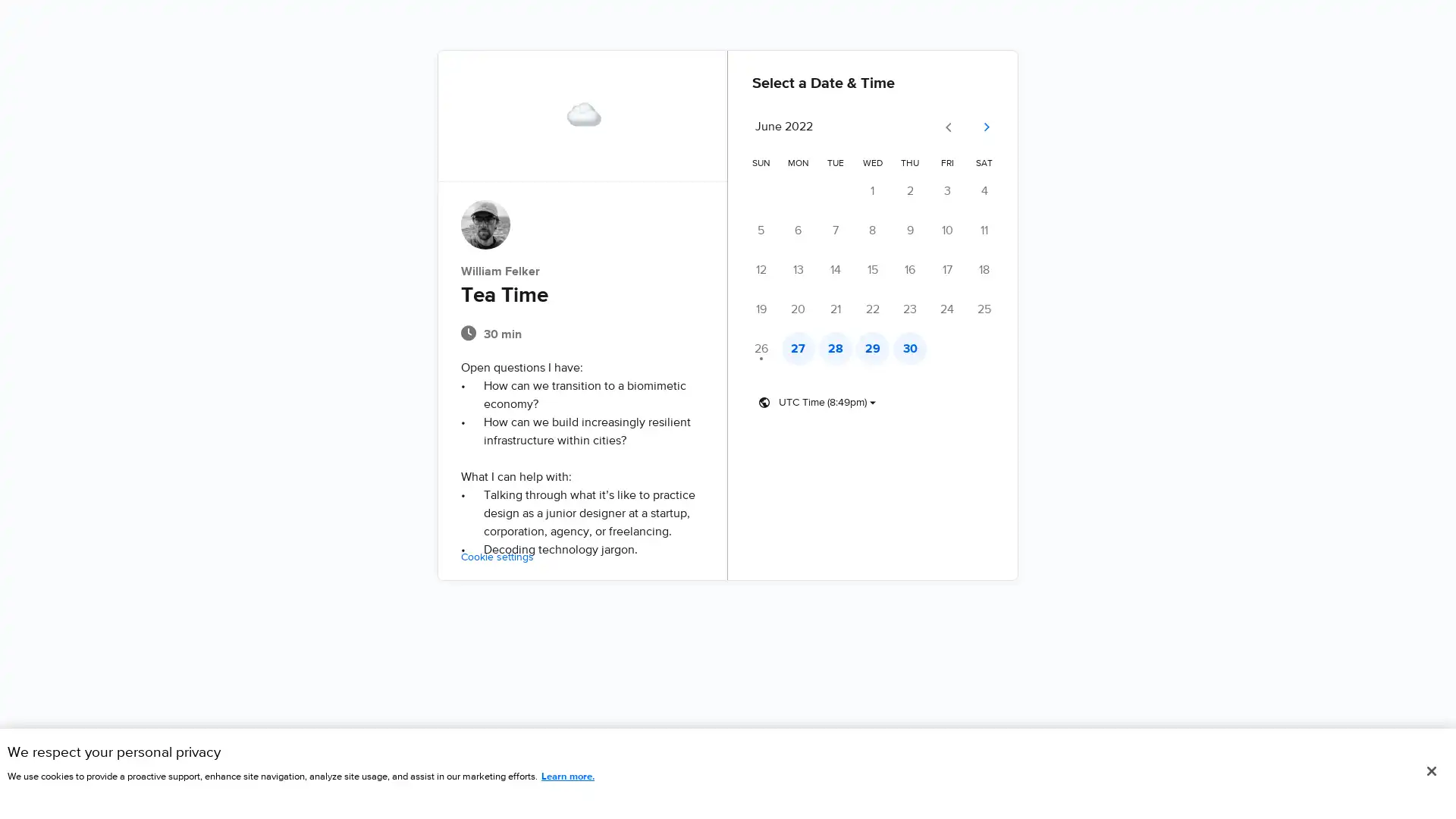 Image resolution: width=1456 pixels, height=819 pixels. What do you see at coordinates (817, 402) in the screenshot?
I see `Timezone dropdown button` at bounding box center [817, 402].